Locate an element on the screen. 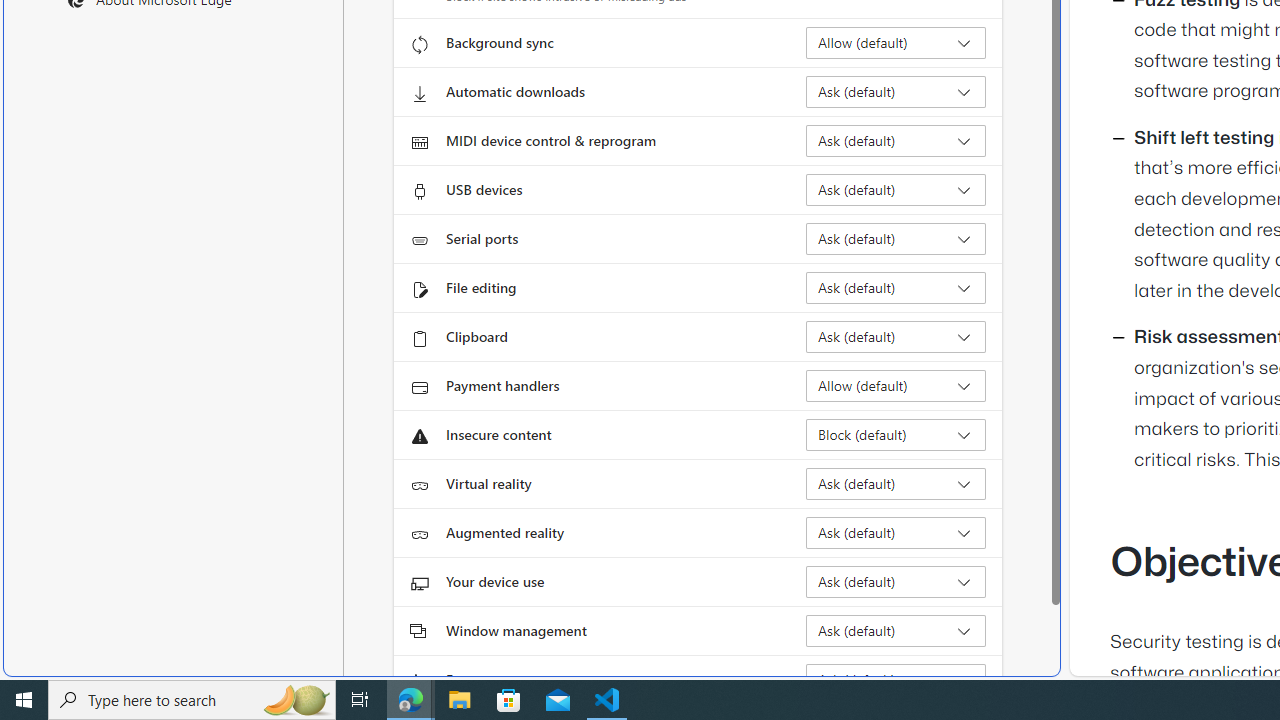 This screenshot has width=1280, height=720. 'File editing Ask (default)' is located at coordinates (895, 288).